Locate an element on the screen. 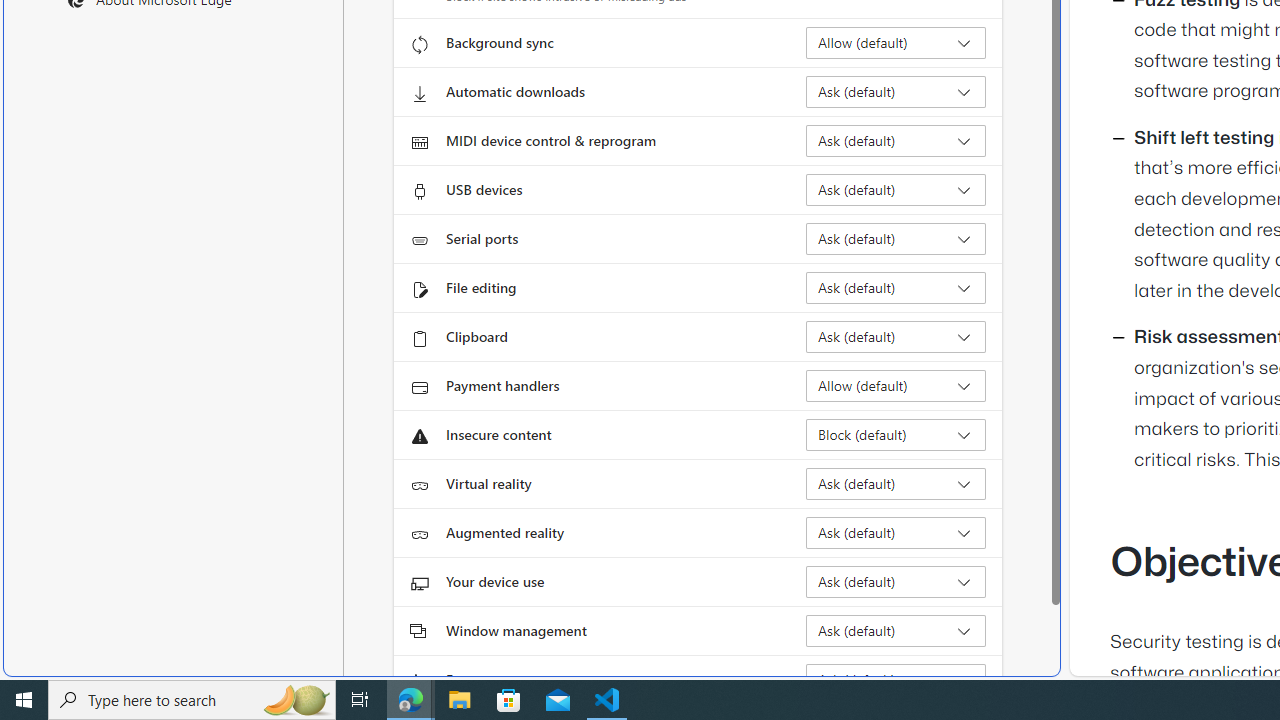 This screenshot has width=1280, height=720. 'File editing Ask (default)' is located at coordinates (895, 288).